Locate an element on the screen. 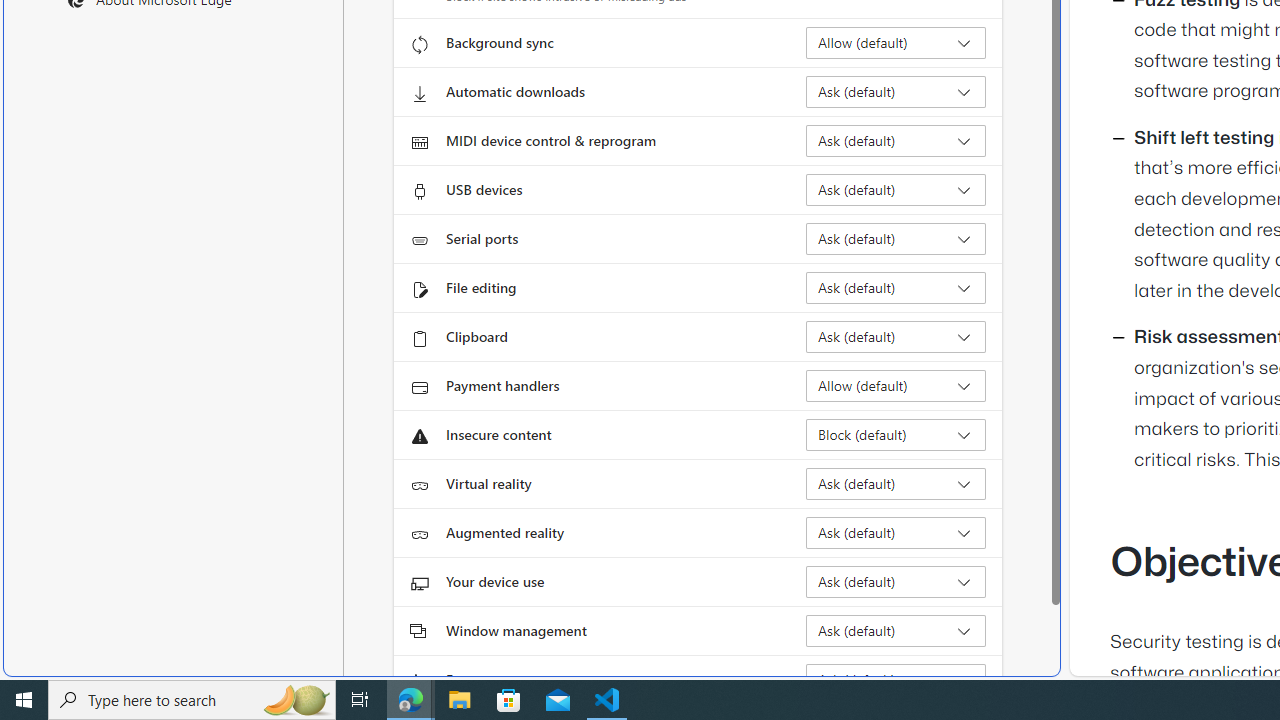 This screenshot has width=1280, height=720. 'File editing Ask (default)' is located at coordinates (895, 288).